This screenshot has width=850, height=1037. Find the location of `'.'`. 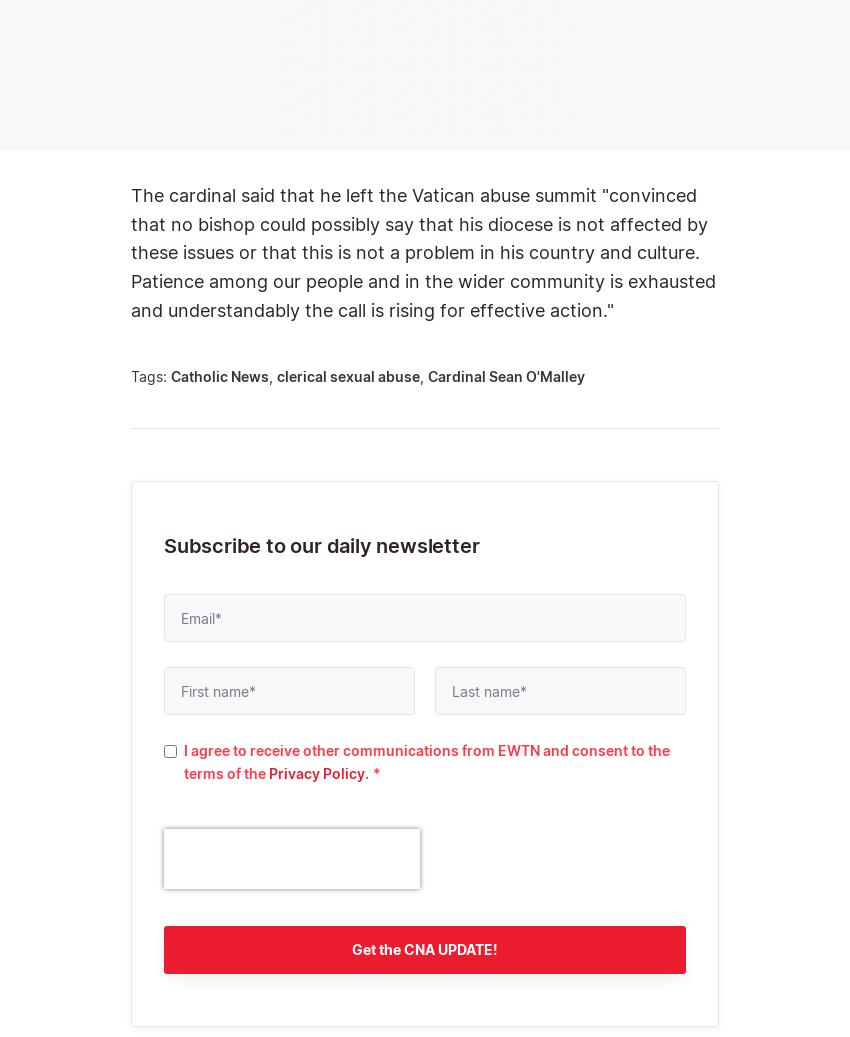

'.' is located at coordinates (363, 772).